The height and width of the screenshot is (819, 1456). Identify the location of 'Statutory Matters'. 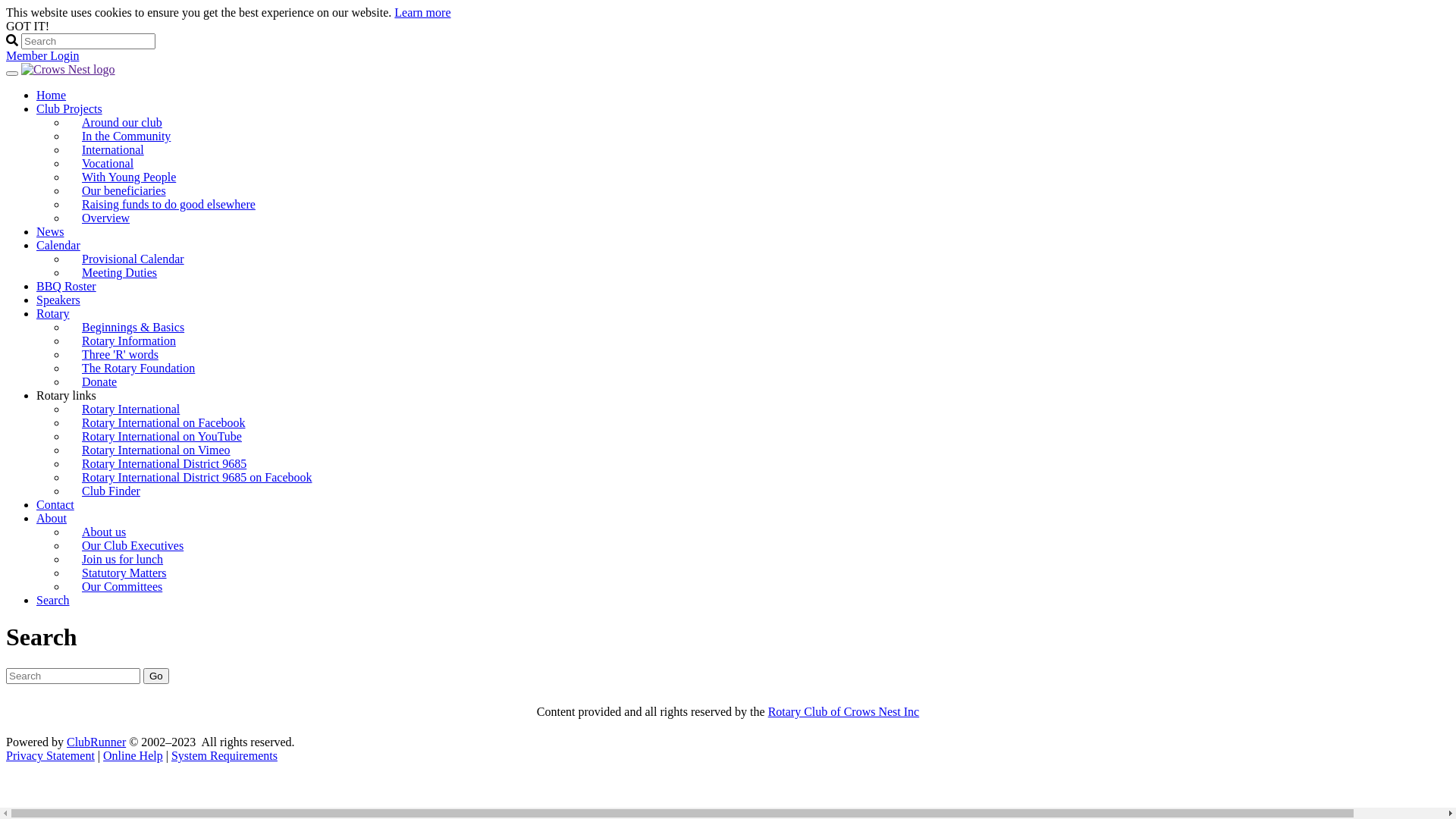
(65, 573).